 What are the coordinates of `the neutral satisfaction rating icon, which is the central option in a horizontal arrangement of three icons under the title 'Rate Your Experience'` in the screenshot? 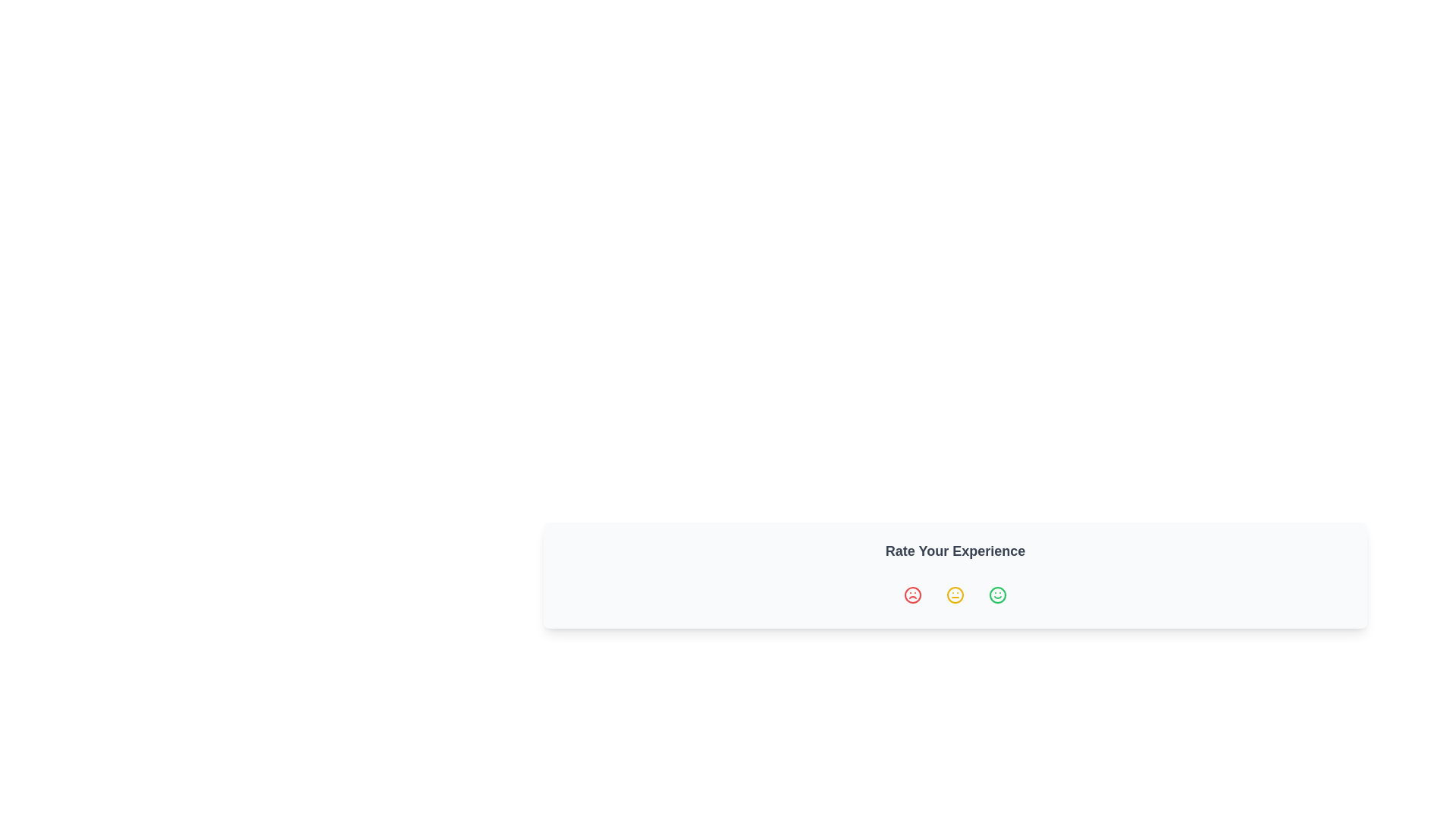 It's located at (954, 595).